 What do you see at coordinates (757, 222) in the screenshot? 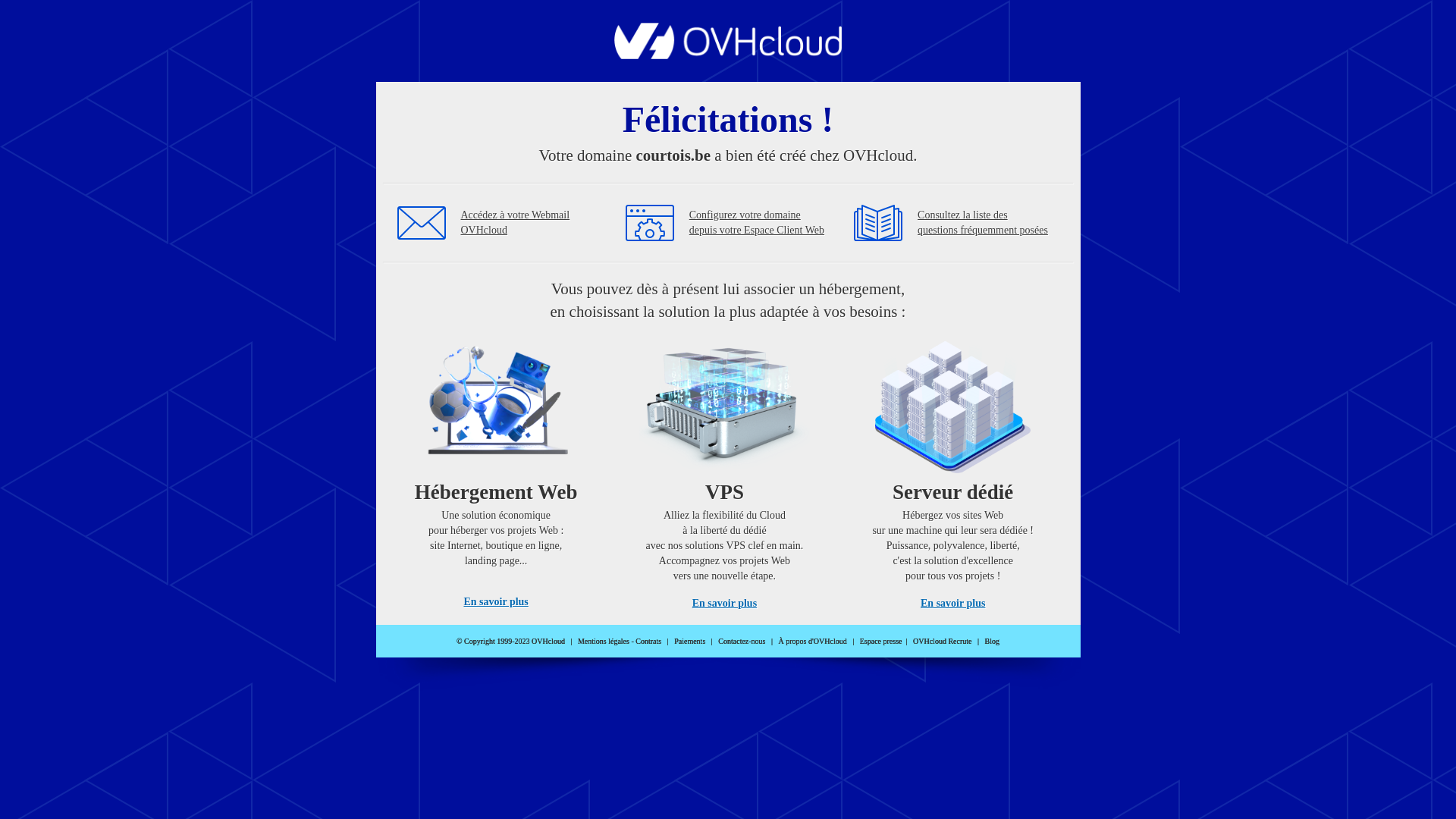
I see `'Configurez votre domaine` at bounding box center [757, 222].